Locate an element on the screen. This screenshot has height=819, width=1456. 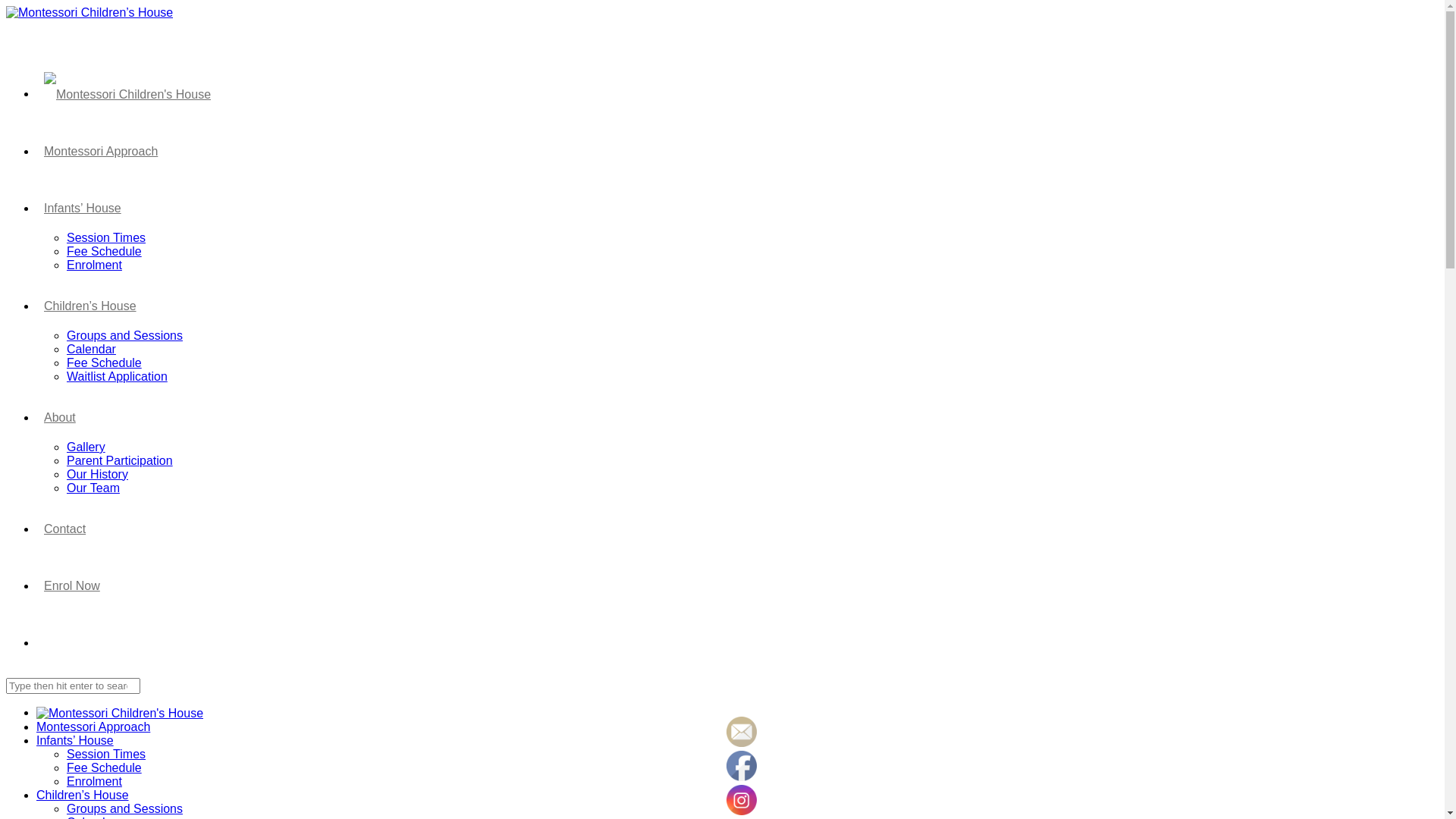
'Follow by Email' is located at coordinates (742, 730).